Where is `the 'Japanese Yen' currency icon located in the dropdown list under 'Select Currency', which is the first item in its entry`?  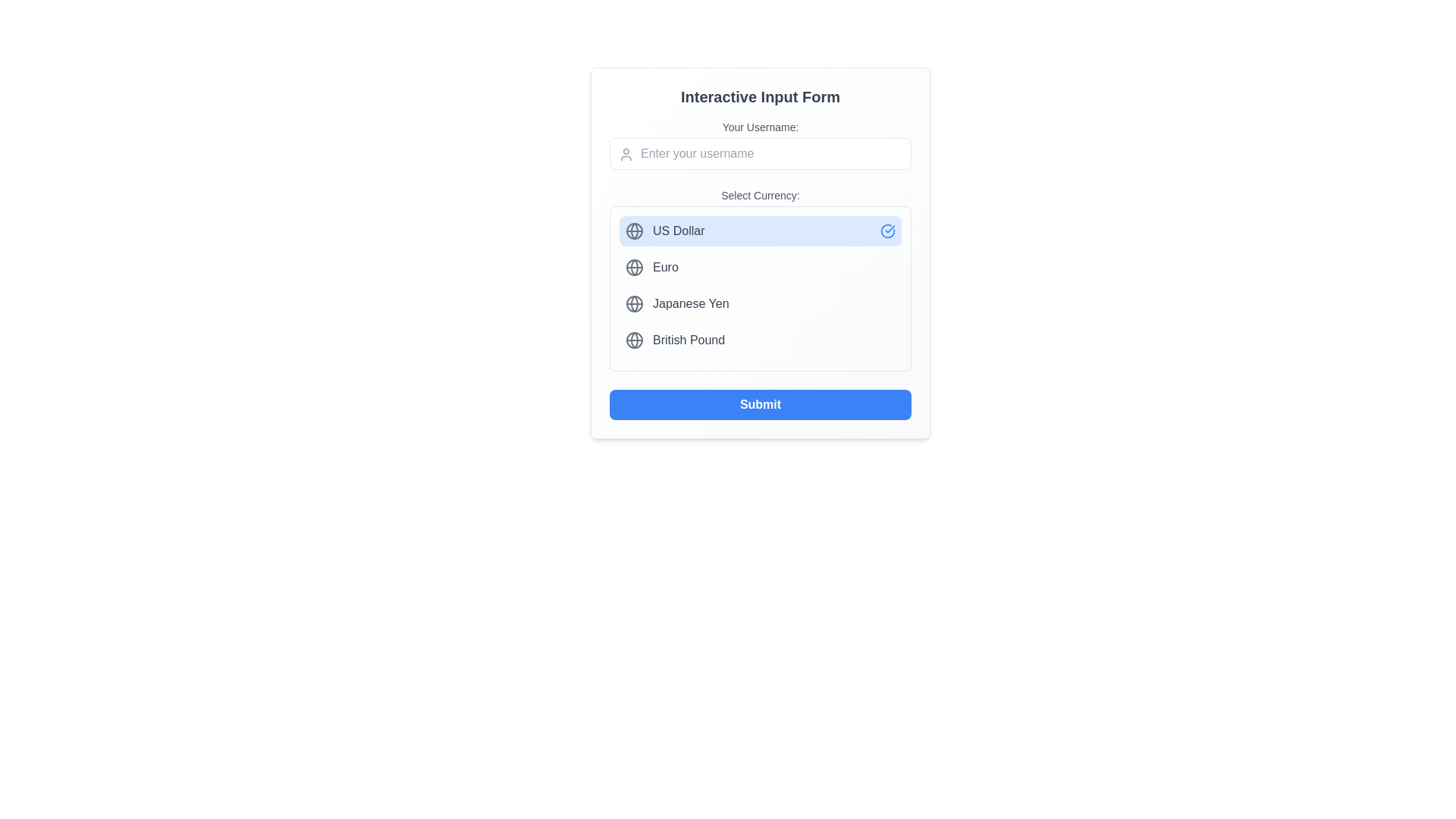 the 'Japanese Yen' currency icon located in the dropdown list under 'Select Currency', which is the first item in its entry is located at coordinates (634, 304).